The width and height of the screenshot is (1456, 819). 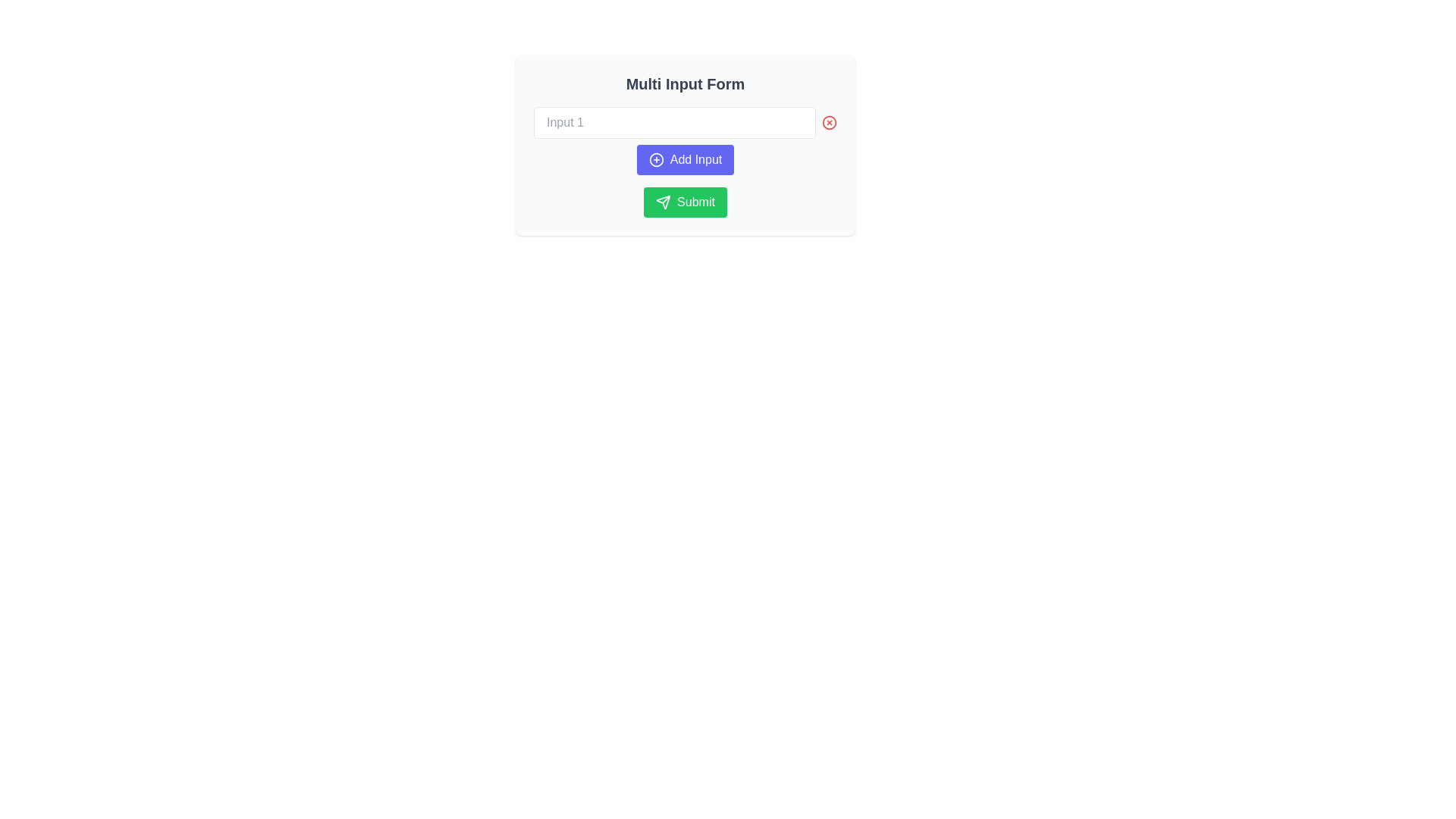 I want to click on the graphic icon embedded in the 'Submit' button, so click(x=664, y=201).